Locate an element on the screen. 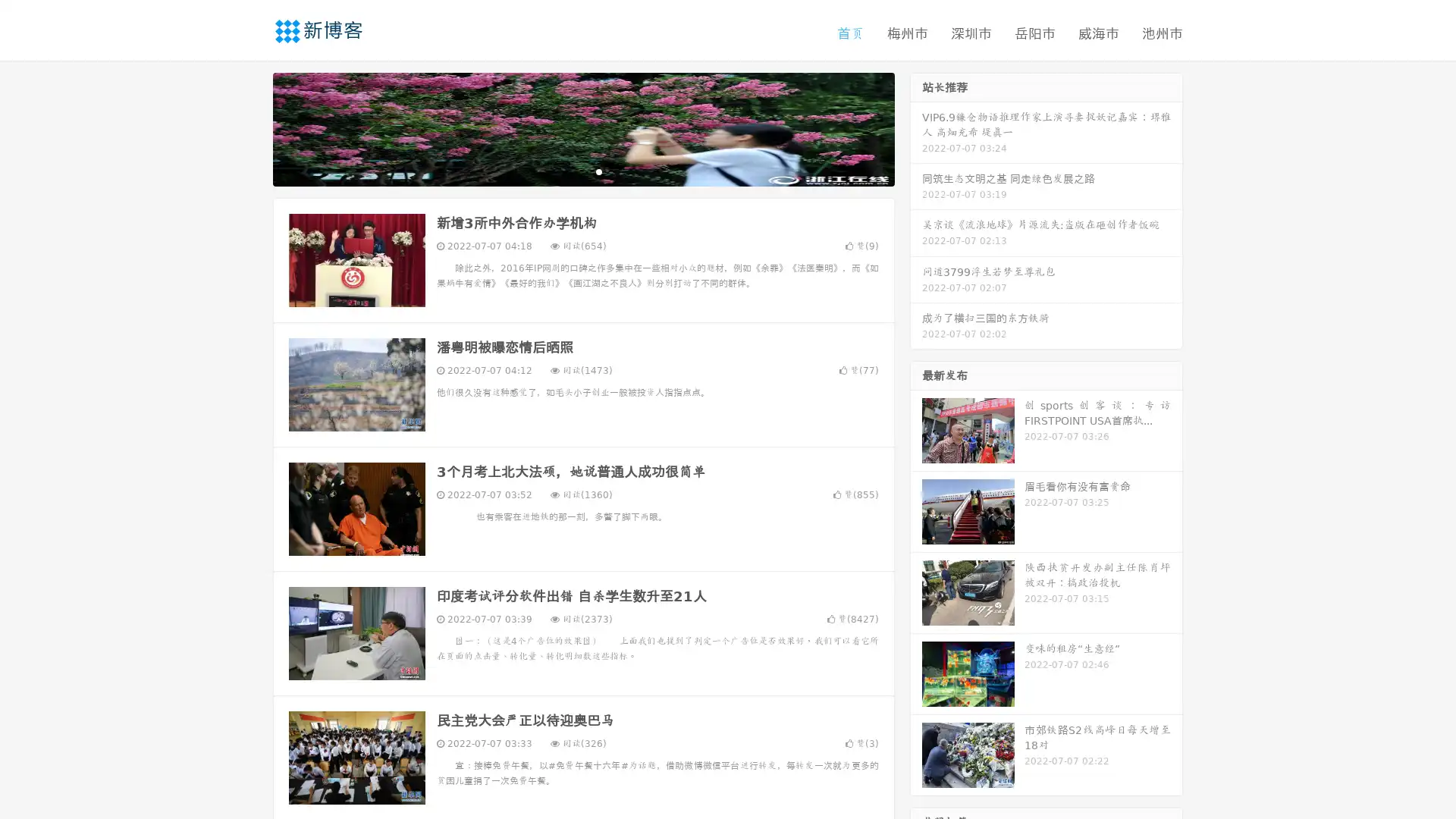 Image resolution: width=1456 pixels, height=819 pixels. Go to slide 3 is located at coordinates (598, 171).